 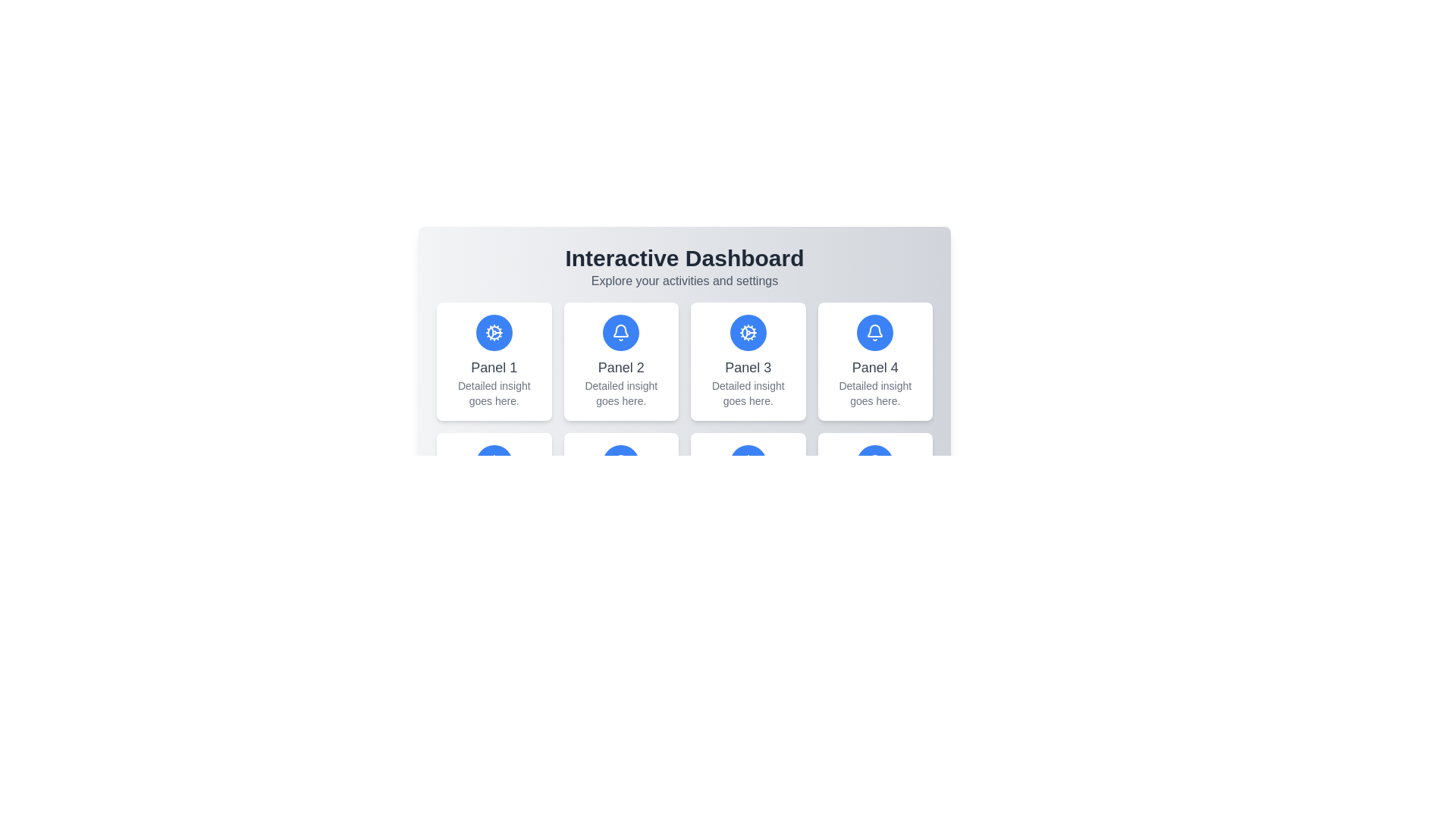 I want to click on descriptive text located below the primary title 'Panel 1' in the 'Interactive Dashboard' interface, so click(x=494, y=393).